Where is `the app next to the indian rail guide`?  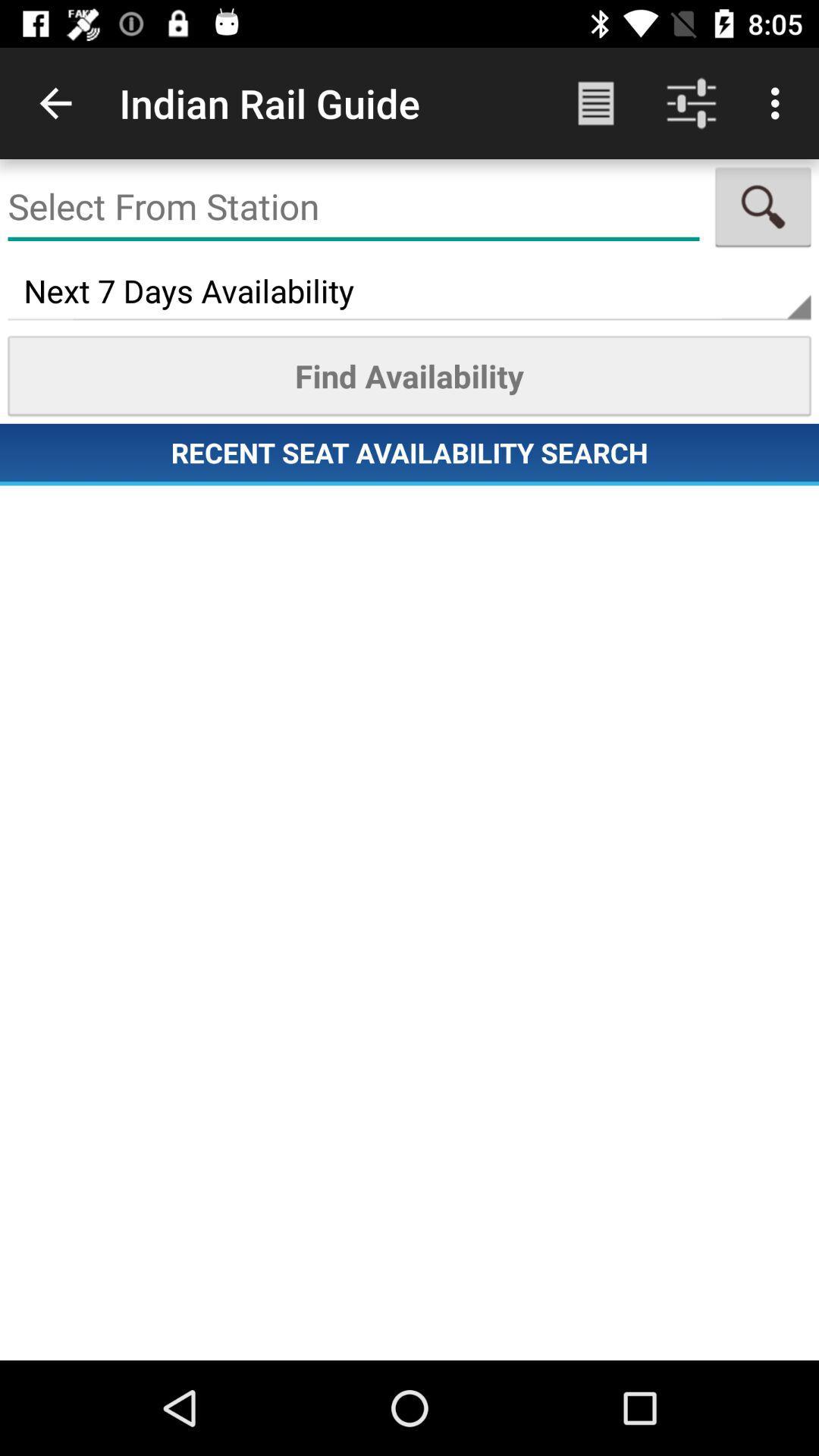 the app next to the indian rail guide is located at coordinates (595, 102).